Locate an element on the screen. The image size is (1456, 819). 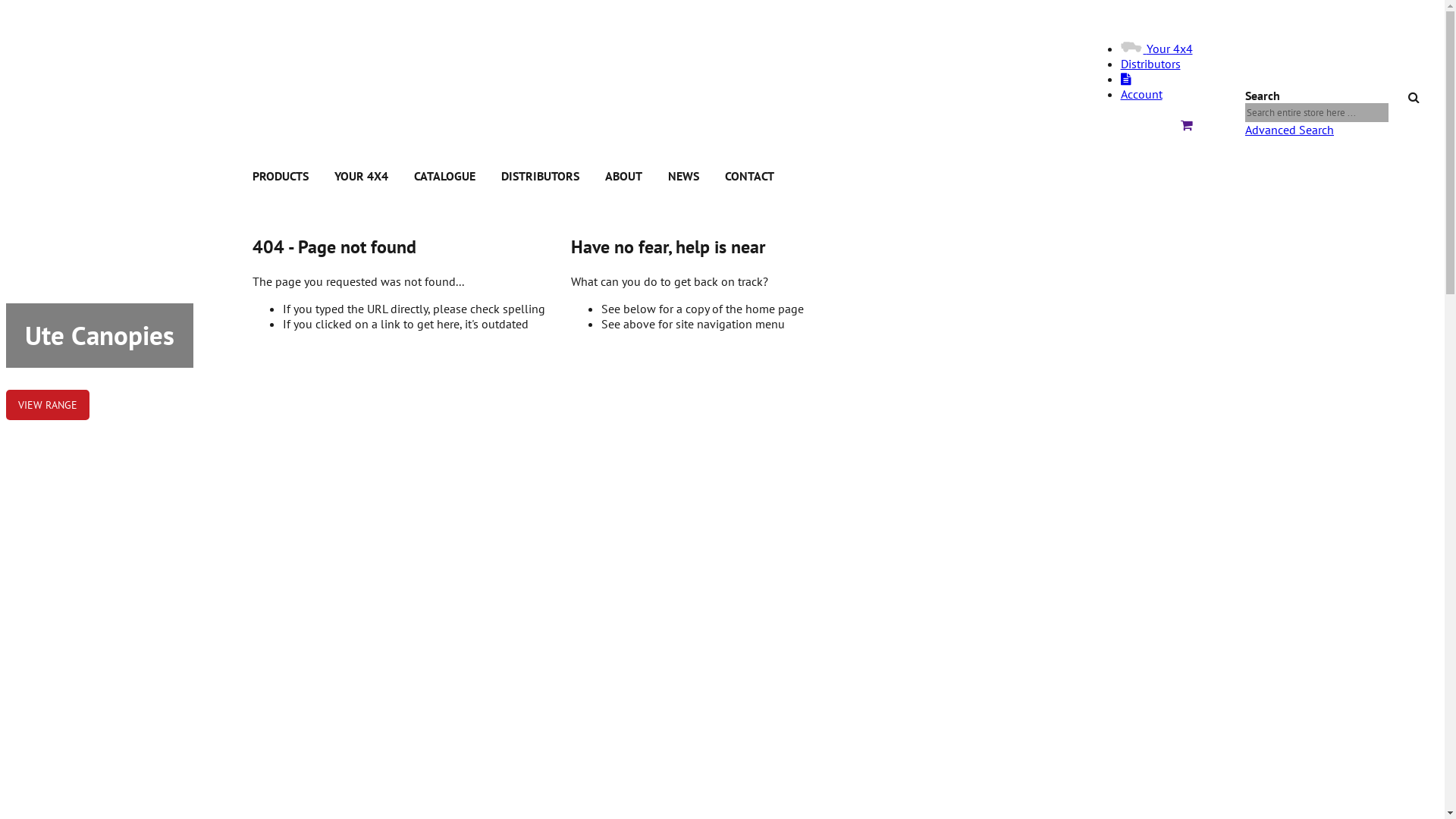
'Quote Cart' is located at coordinates (1185, 124).